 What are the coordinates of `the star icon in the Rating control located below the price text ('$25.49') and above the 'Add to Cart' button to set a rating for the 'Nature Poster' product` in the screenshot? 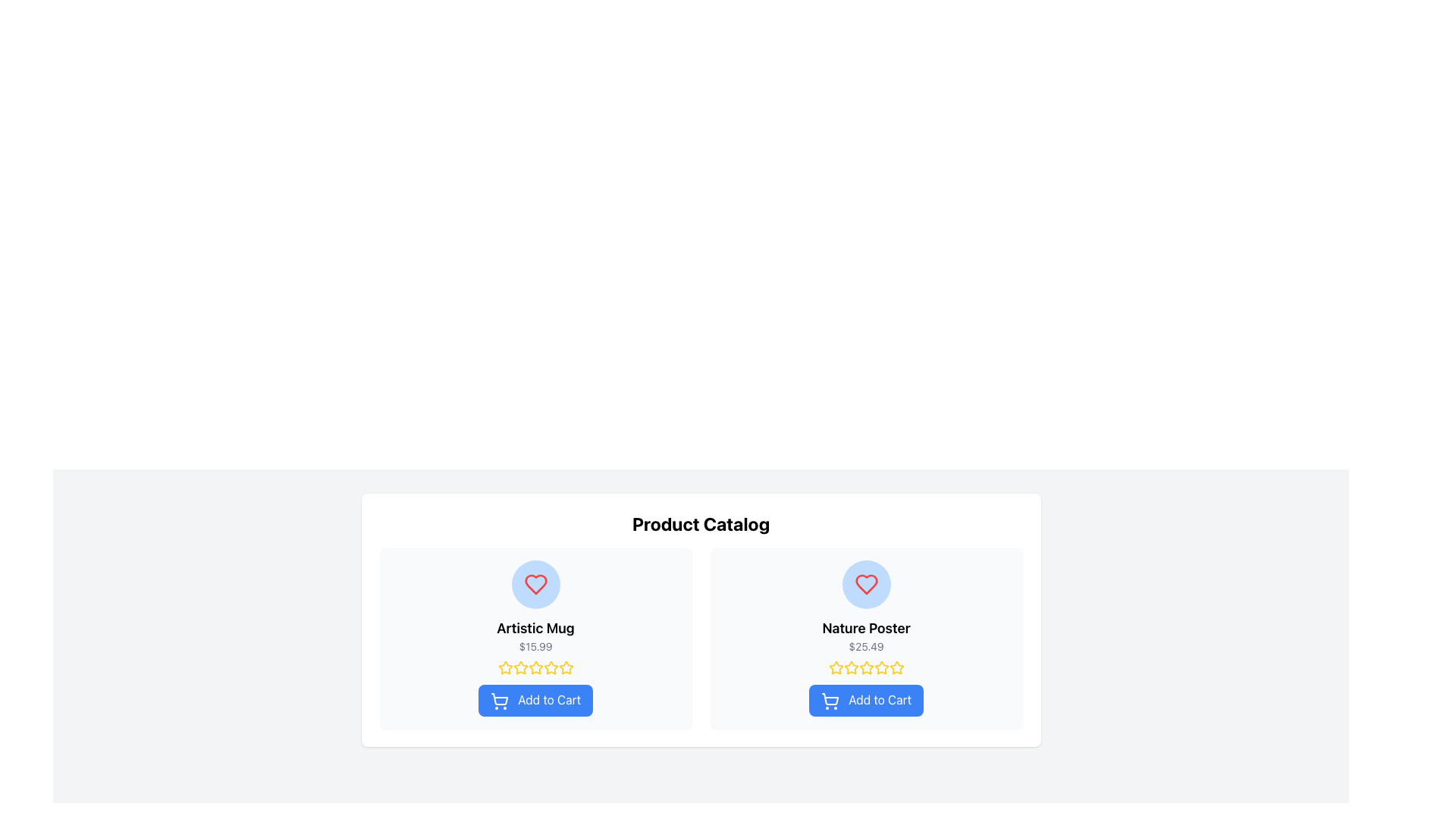 It's located at (866, 667).